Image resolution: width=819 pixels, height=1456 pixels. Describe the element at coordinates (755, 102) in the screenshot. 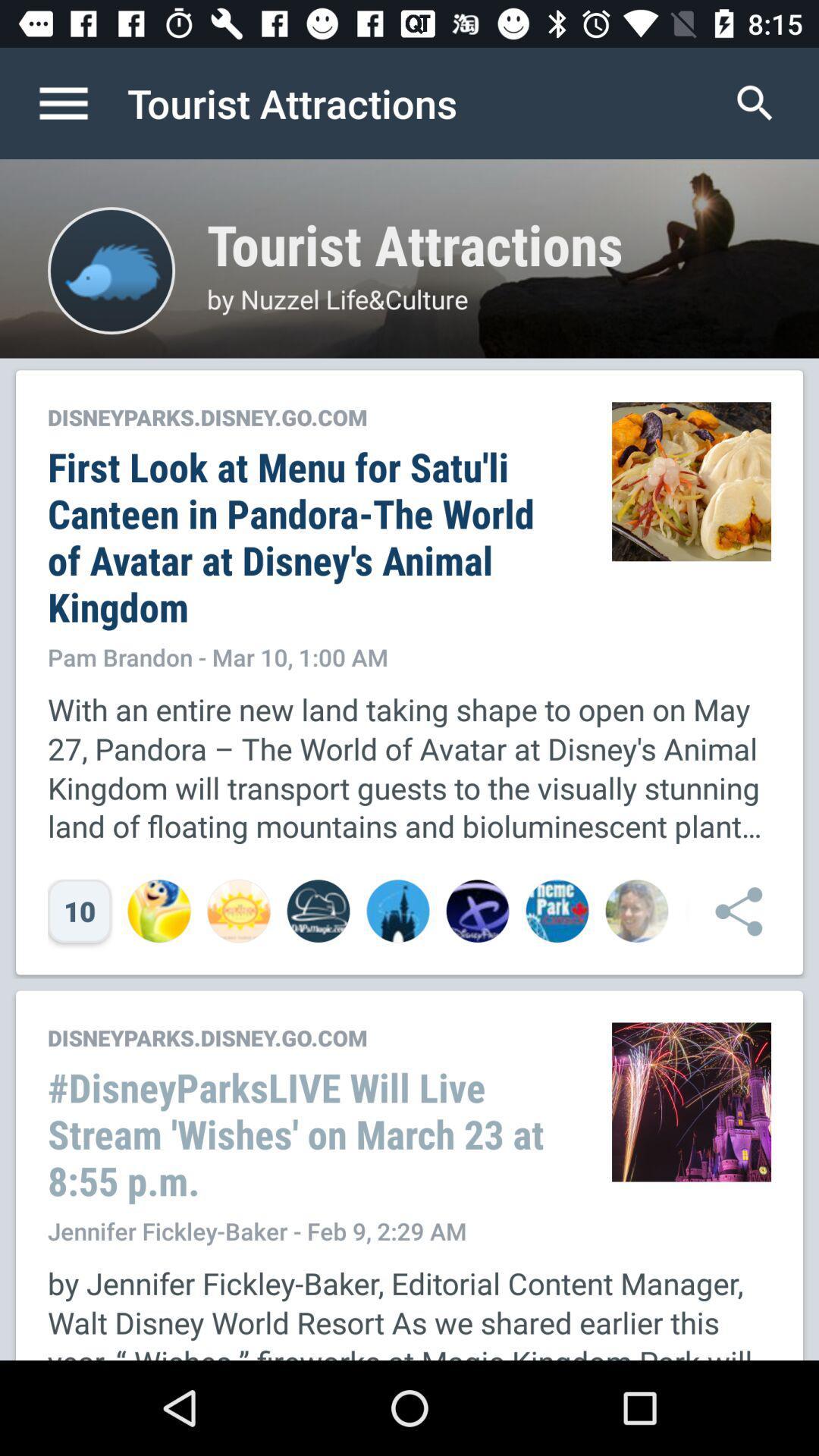

I see `icon to the right of tourist attractions item` at that location.